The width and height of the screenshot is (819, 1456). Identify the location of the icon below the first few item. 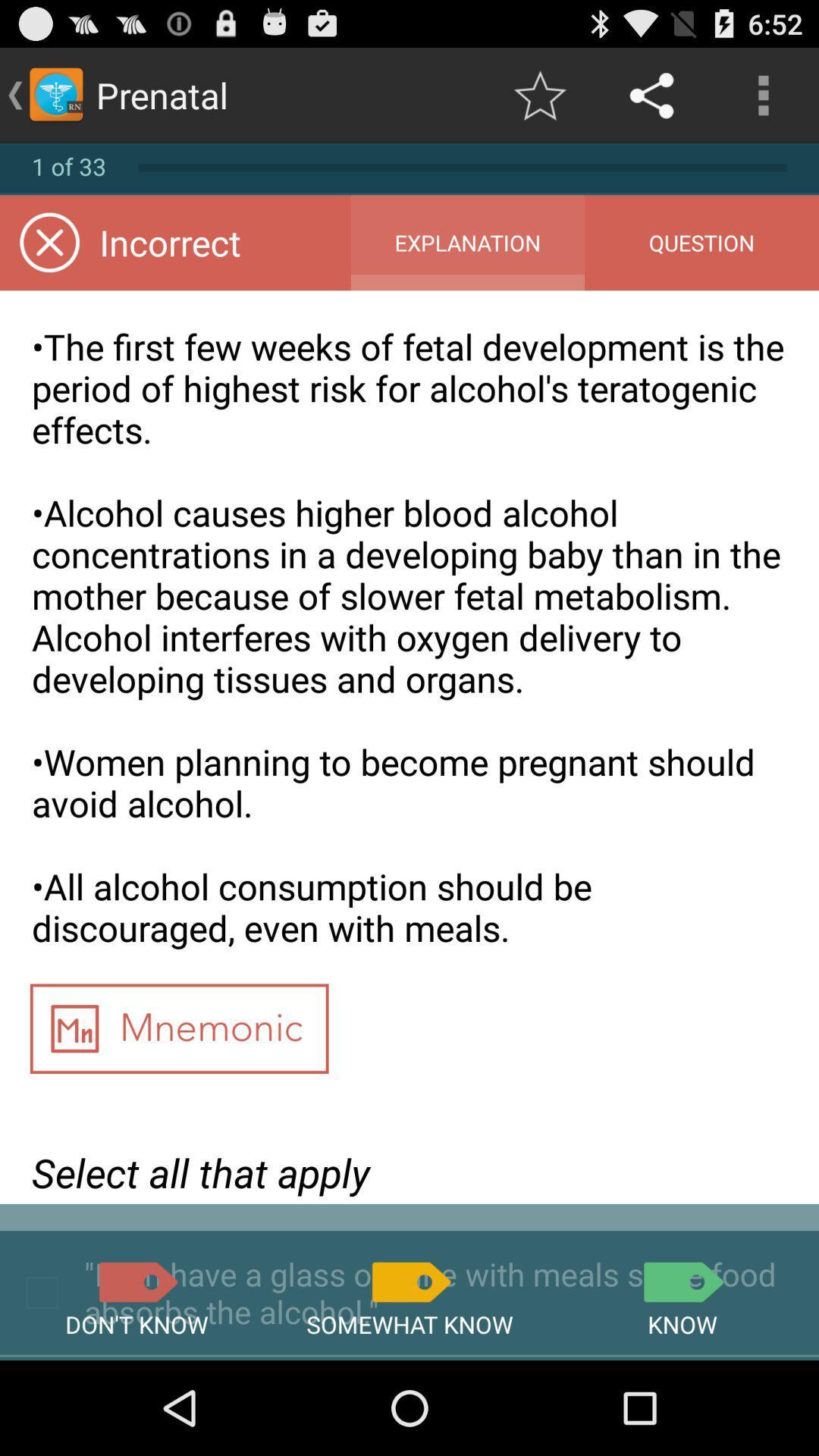
(681, 1281).